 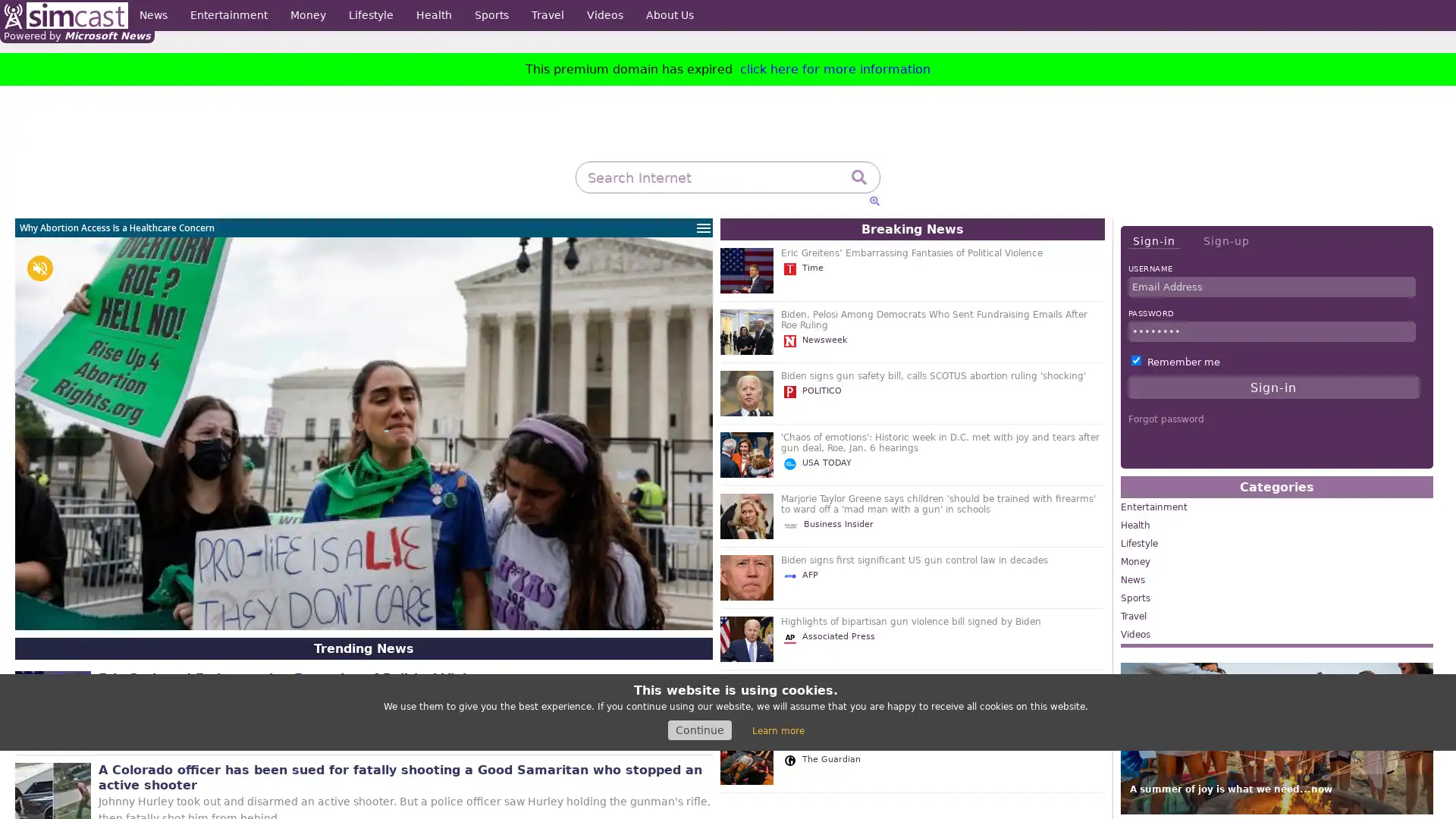 What do you see at coordinates (698, 730) in the screenshot?
I see `Continue` at bounding box center [698, 730].